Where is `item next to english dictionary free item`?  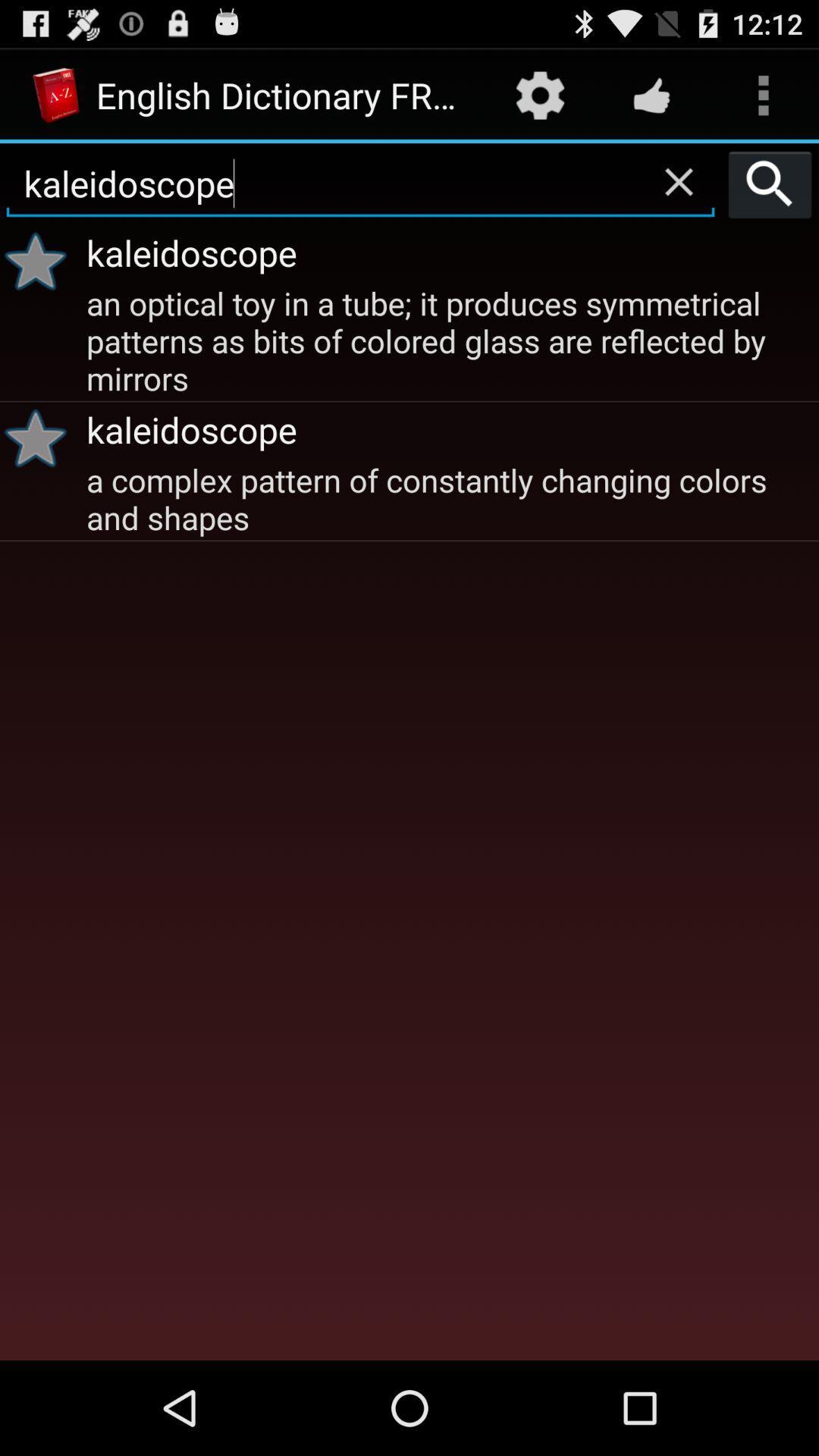 item next to english dictionary free item is located at coordinates (539, 94).